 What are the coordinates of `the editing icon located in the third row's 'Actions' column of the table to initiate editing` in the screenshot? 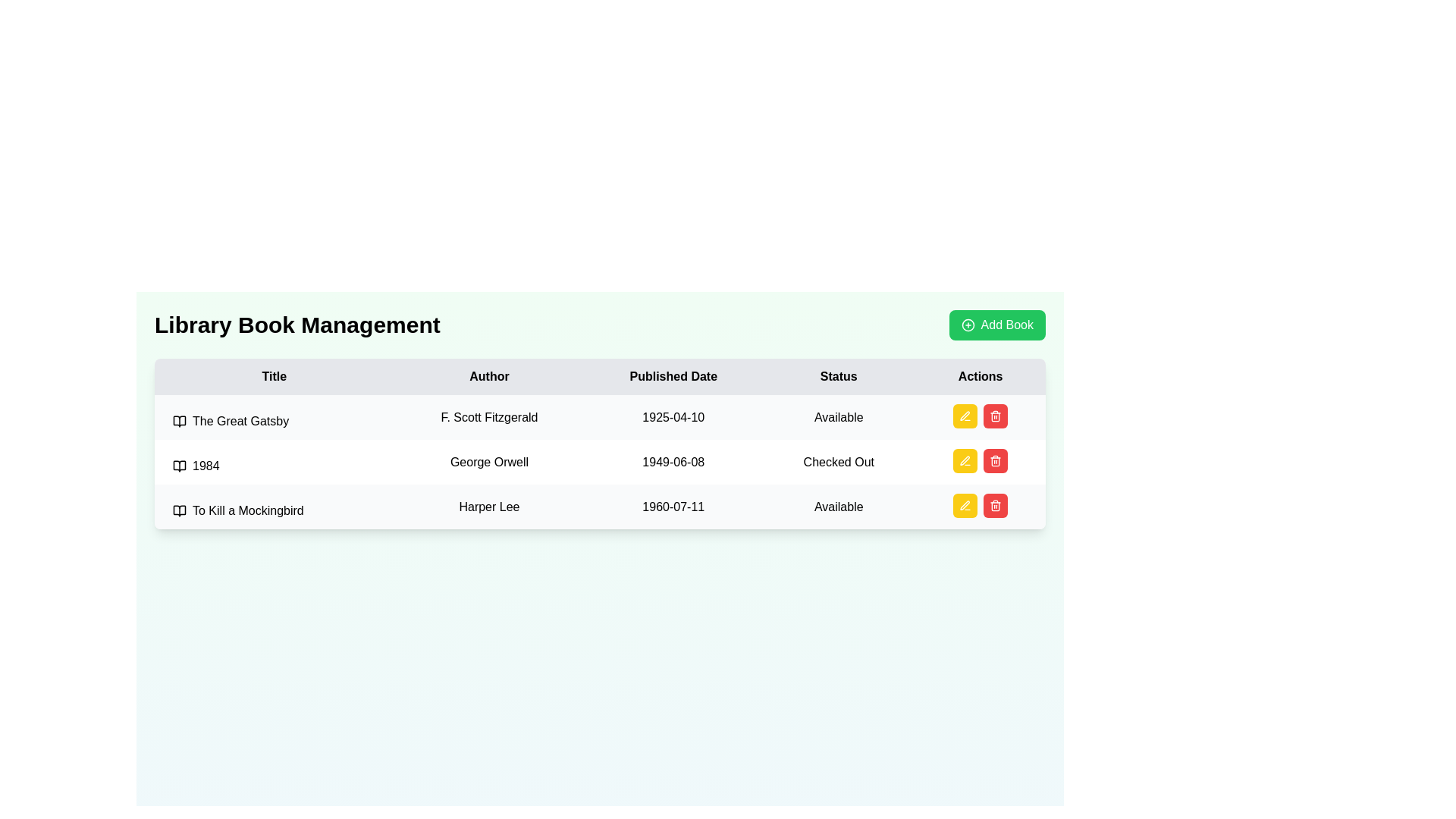 It's located at (965, 506).